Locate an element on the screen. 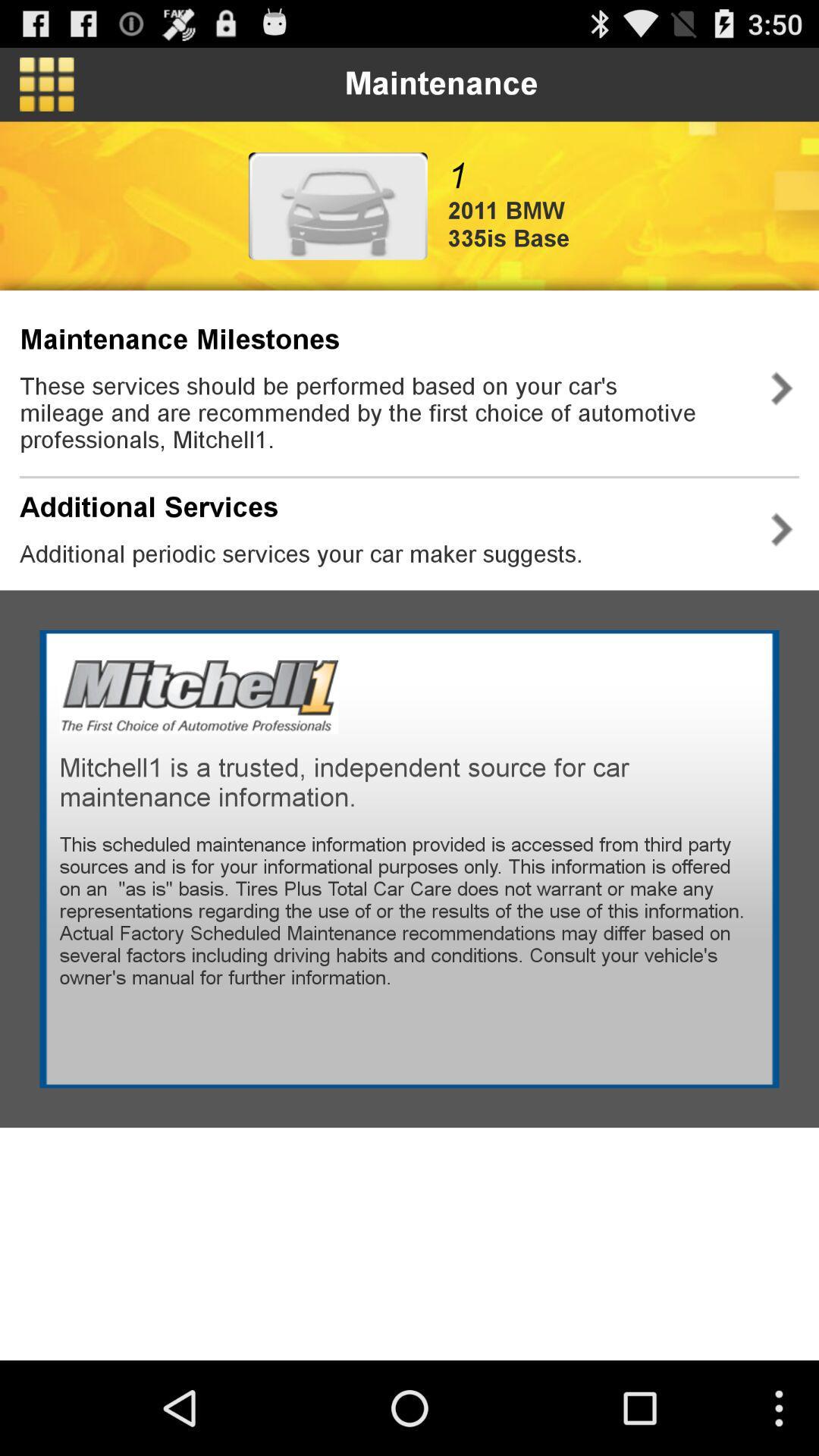  icon above the maintenance milestones item is located at coordinates (337, 205).